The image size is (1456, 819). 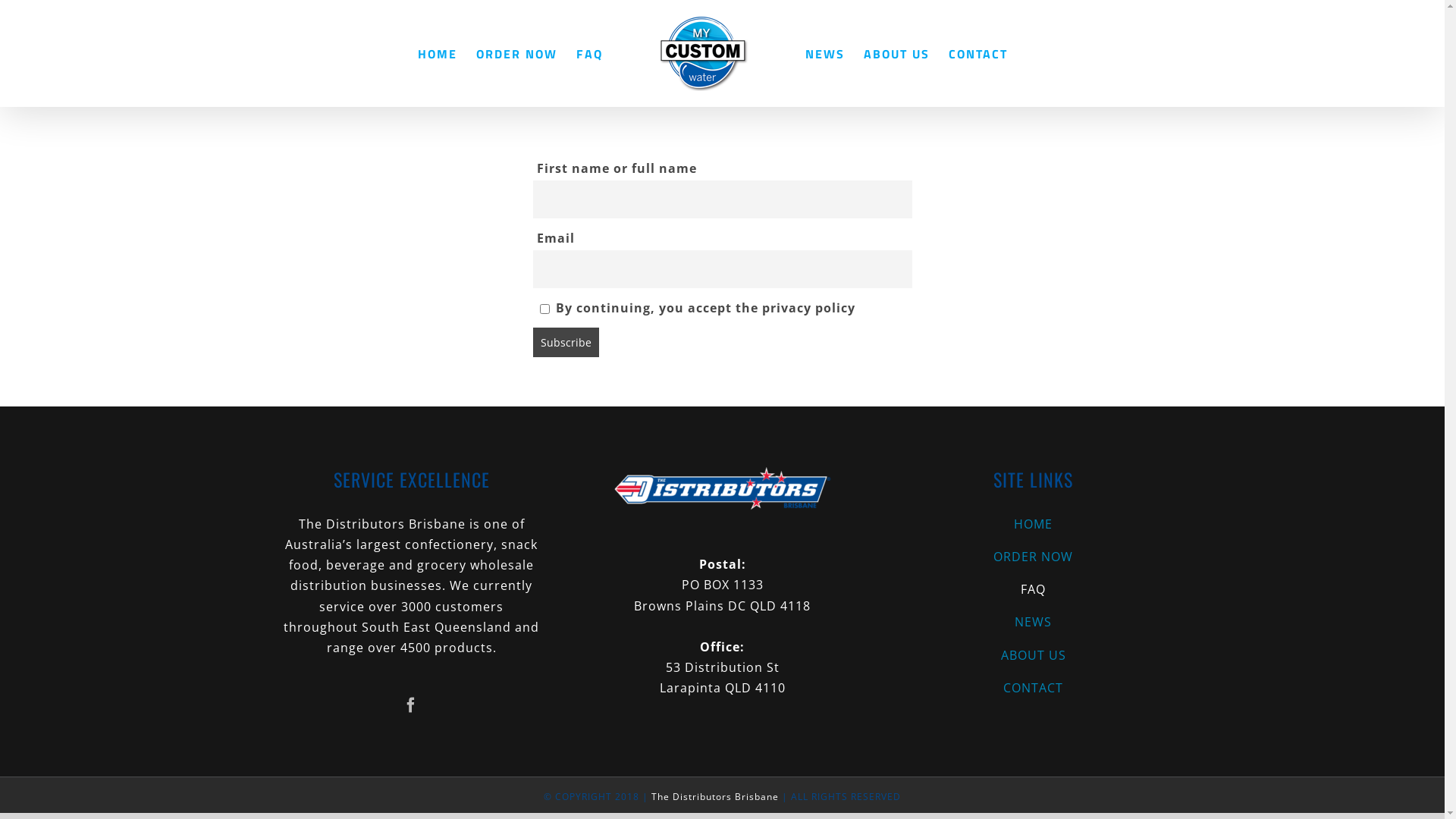 I want to click on 'FAQ', so click(x=1032, y=588).